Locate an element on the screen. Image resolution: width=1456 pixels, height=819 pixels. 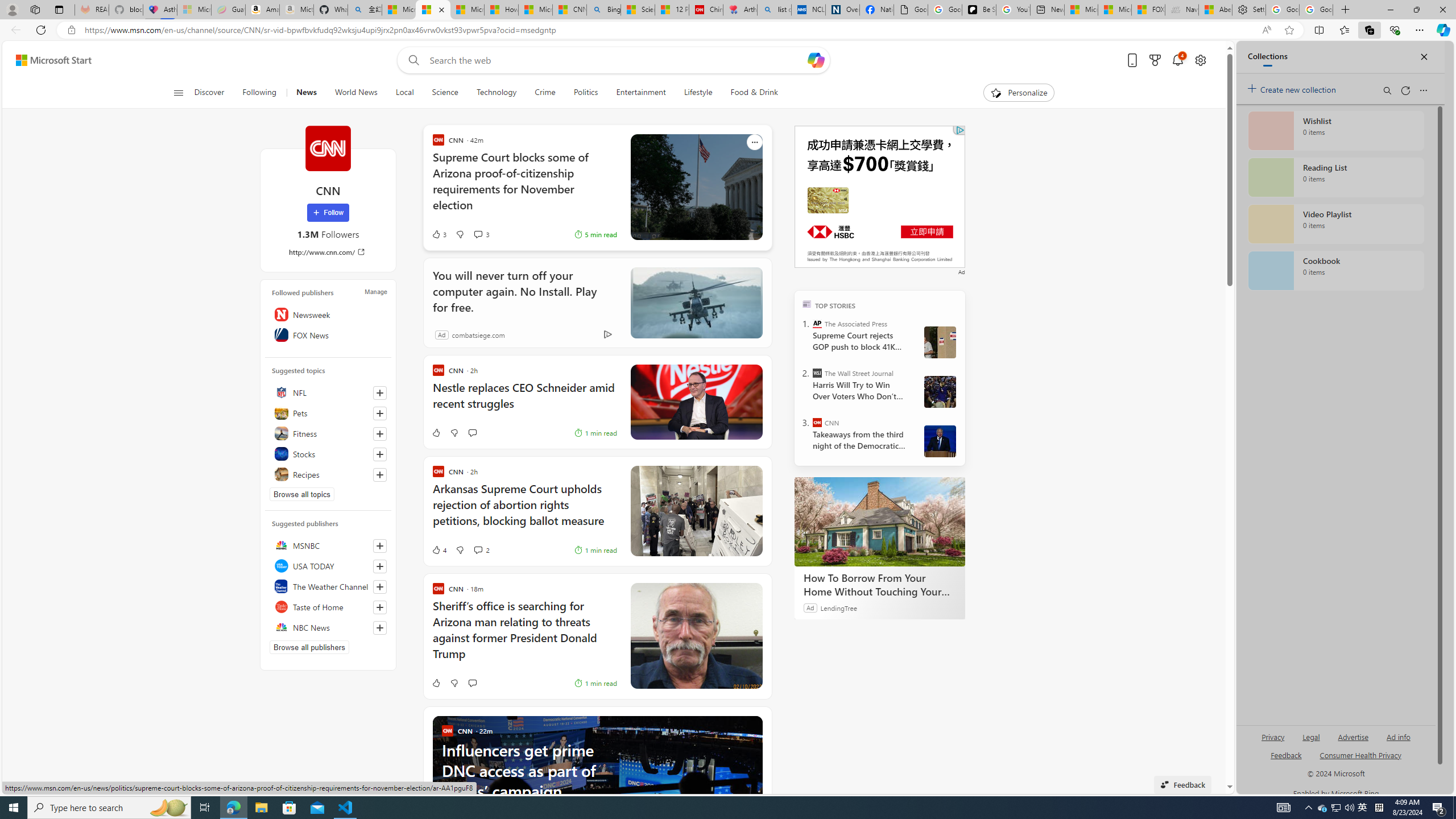
'Like' is located at coordinates (436, 682).